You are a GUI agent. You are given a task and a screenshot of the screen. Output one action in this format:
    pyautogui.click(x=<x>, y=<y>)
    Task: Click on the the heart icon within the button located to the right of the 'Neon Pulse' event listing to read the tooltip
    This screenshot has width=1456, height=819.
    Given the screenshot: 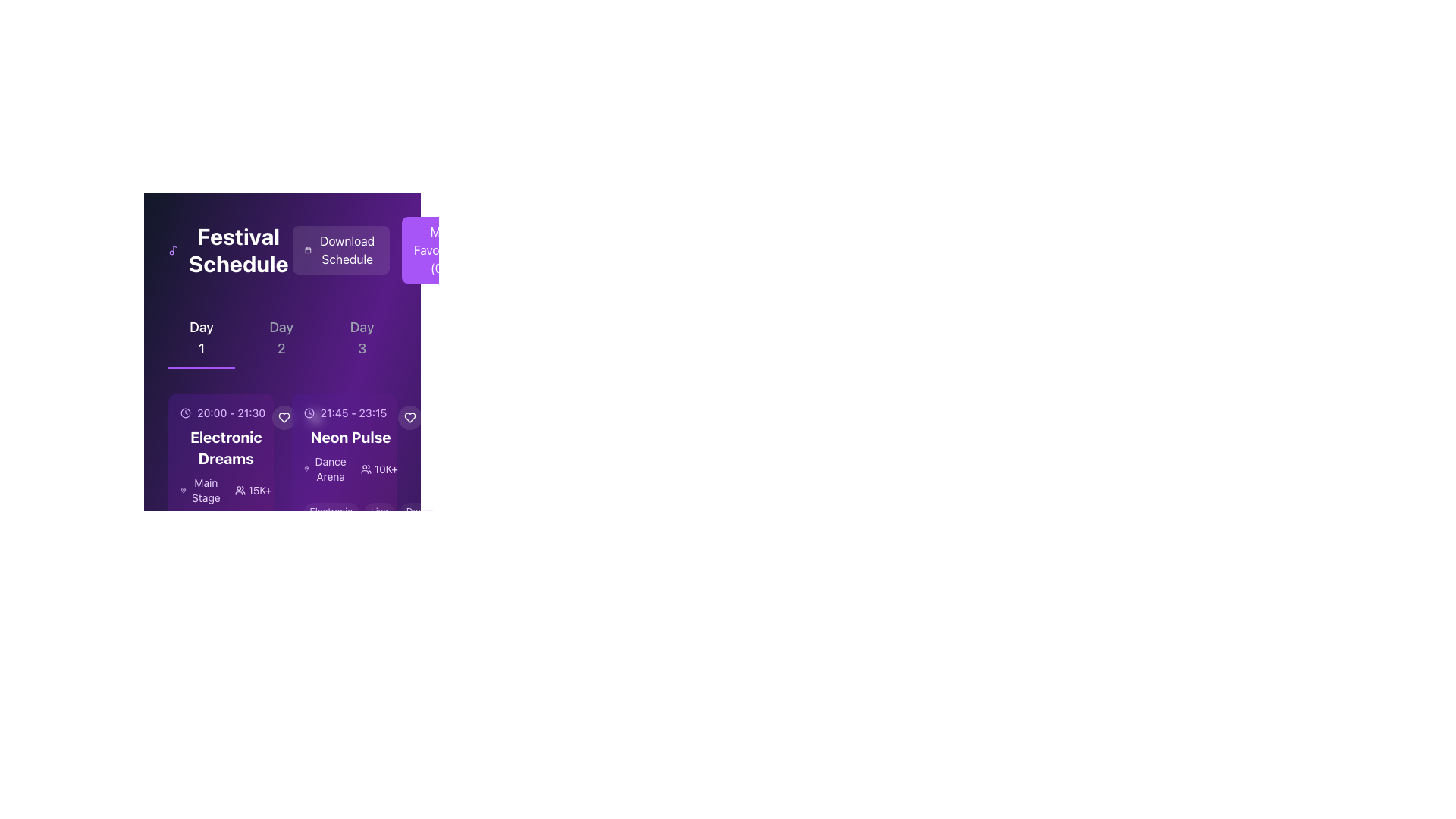 What is the action you would take?
    pyautogui.click(x=409, y=418)
    